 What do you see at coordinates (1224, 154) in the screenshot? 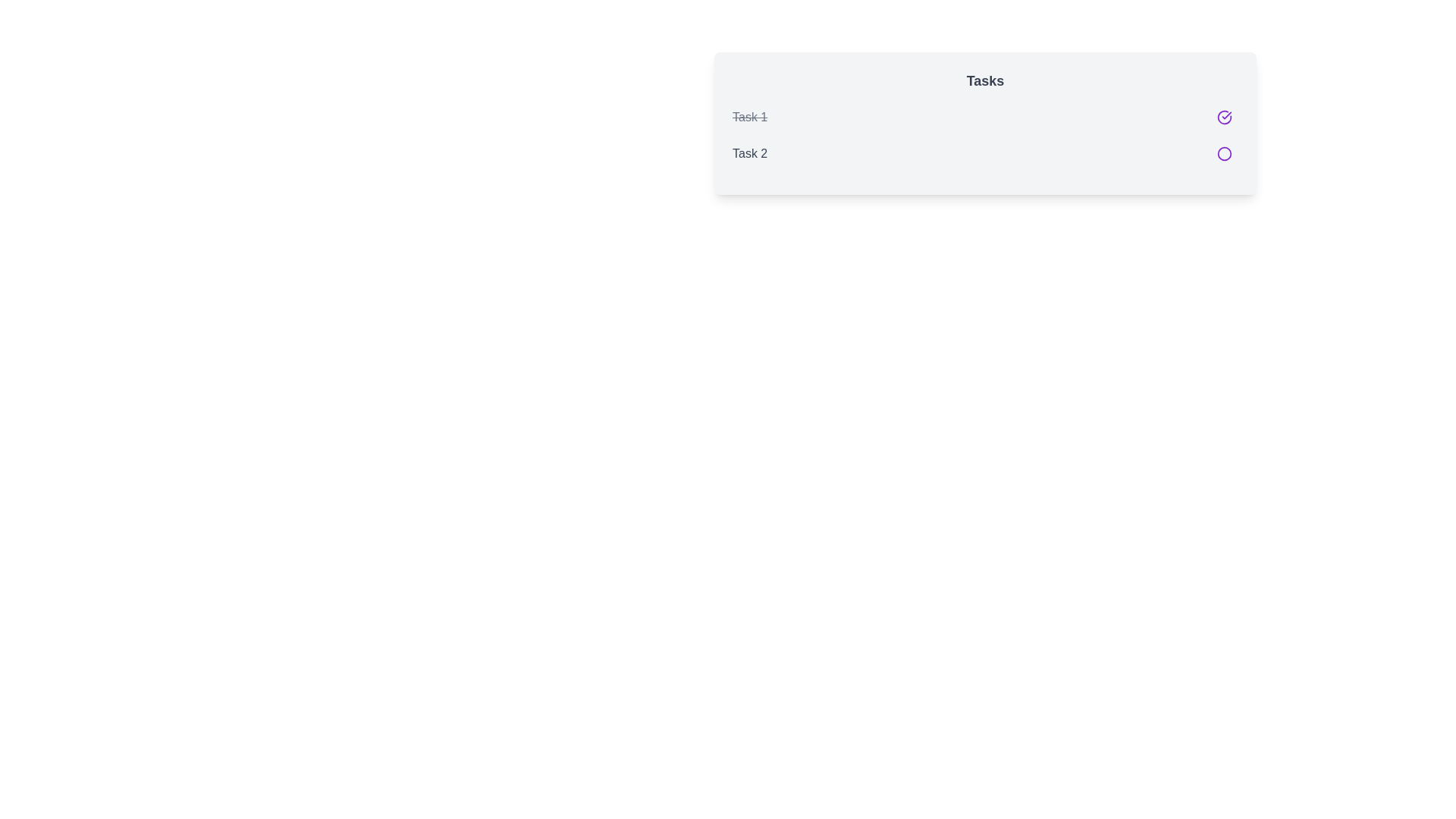
I see `the circular icon with a purple outline and a hollow center located in the second row of task items, adjacent to 'Task 2'` at bounding box center [1224, 154].